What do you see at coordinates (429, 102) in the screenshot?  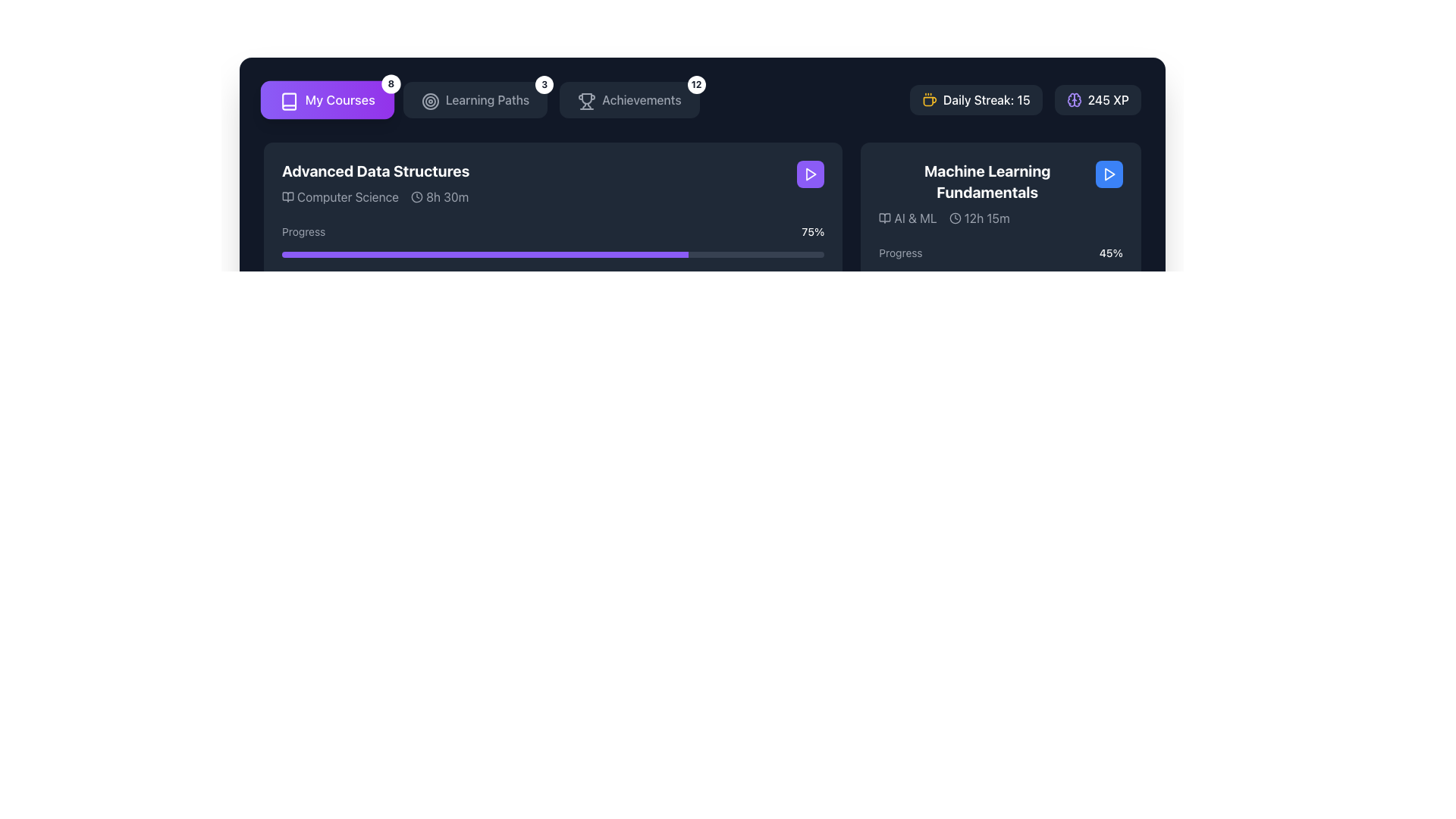 I see `the educational pathways icon located in the top navigation bar, which is positioned immediately to the left of the icon labeled '3' and to the right of the 'My Courses' button` at bounding box center [429, 102].